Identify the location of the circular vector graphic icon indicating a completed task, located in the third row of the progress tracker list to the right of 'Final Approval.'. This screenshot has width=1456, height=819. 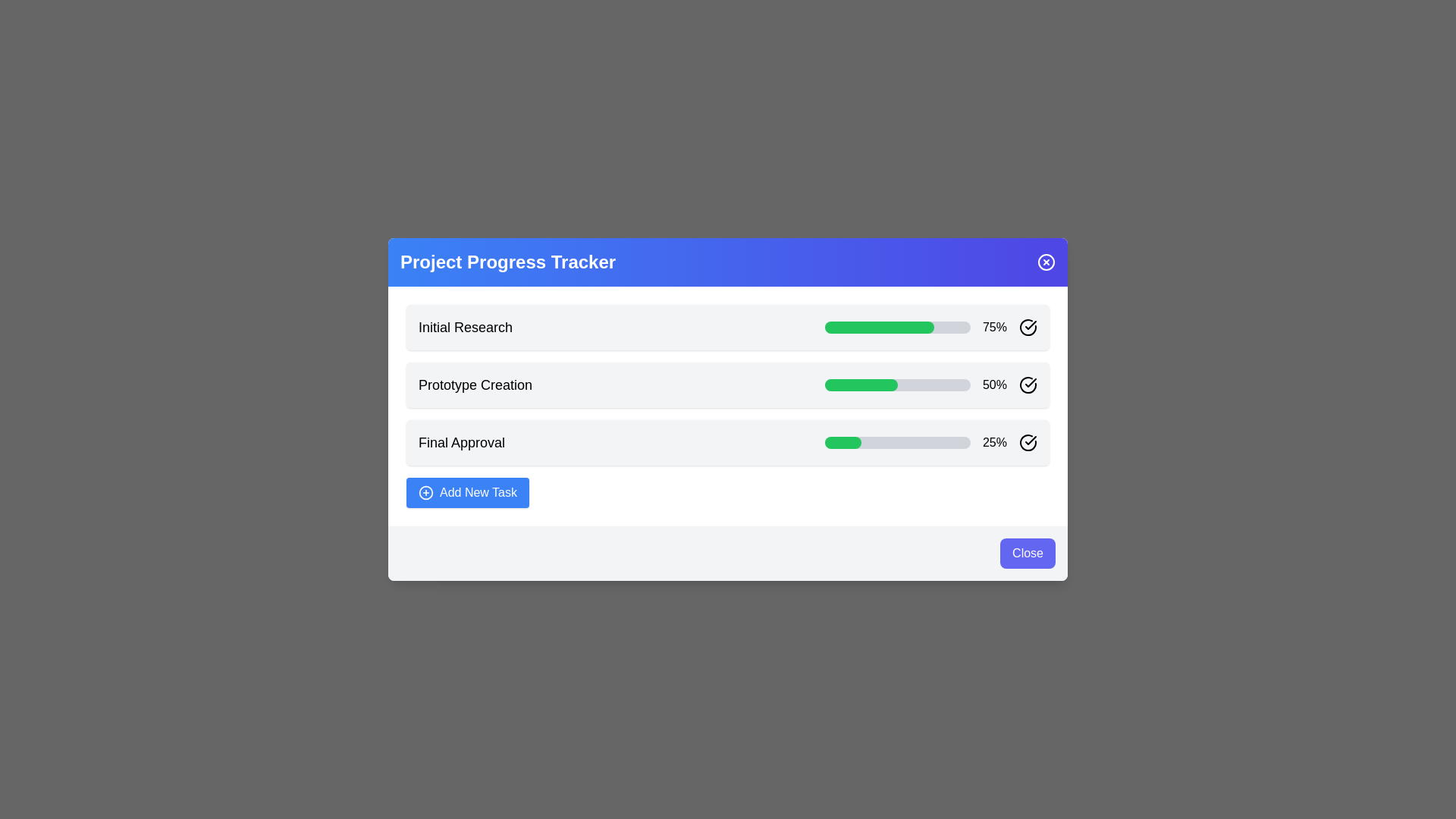
(1028, 384).